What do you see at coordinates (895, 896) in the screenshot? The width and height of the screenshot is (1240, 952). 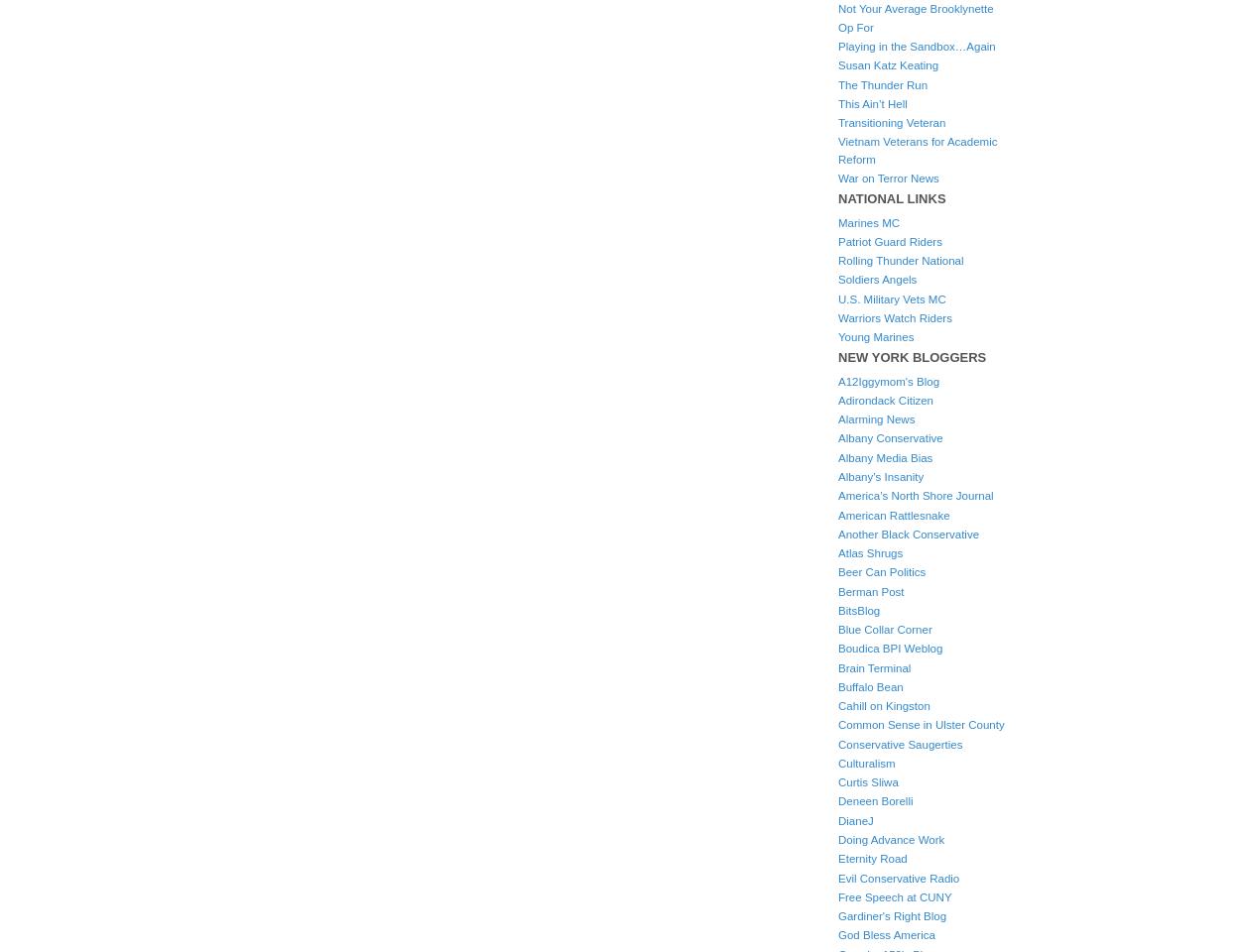 I see `'Free Speech at CUNY'` at bounding box center [895, 896].